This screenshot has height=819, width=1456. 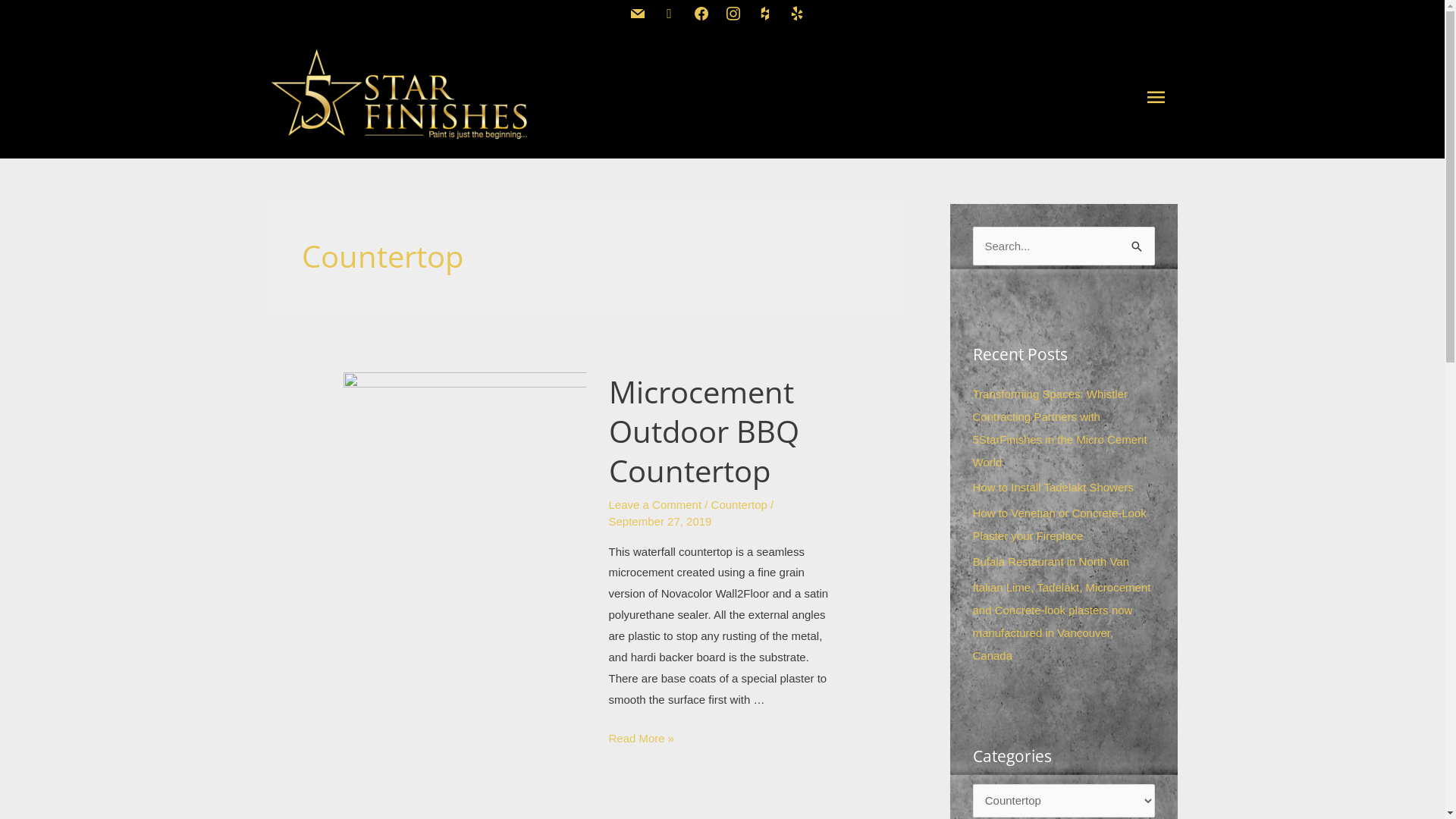 I want to click on 'yelp', so click(x=796, y=12).